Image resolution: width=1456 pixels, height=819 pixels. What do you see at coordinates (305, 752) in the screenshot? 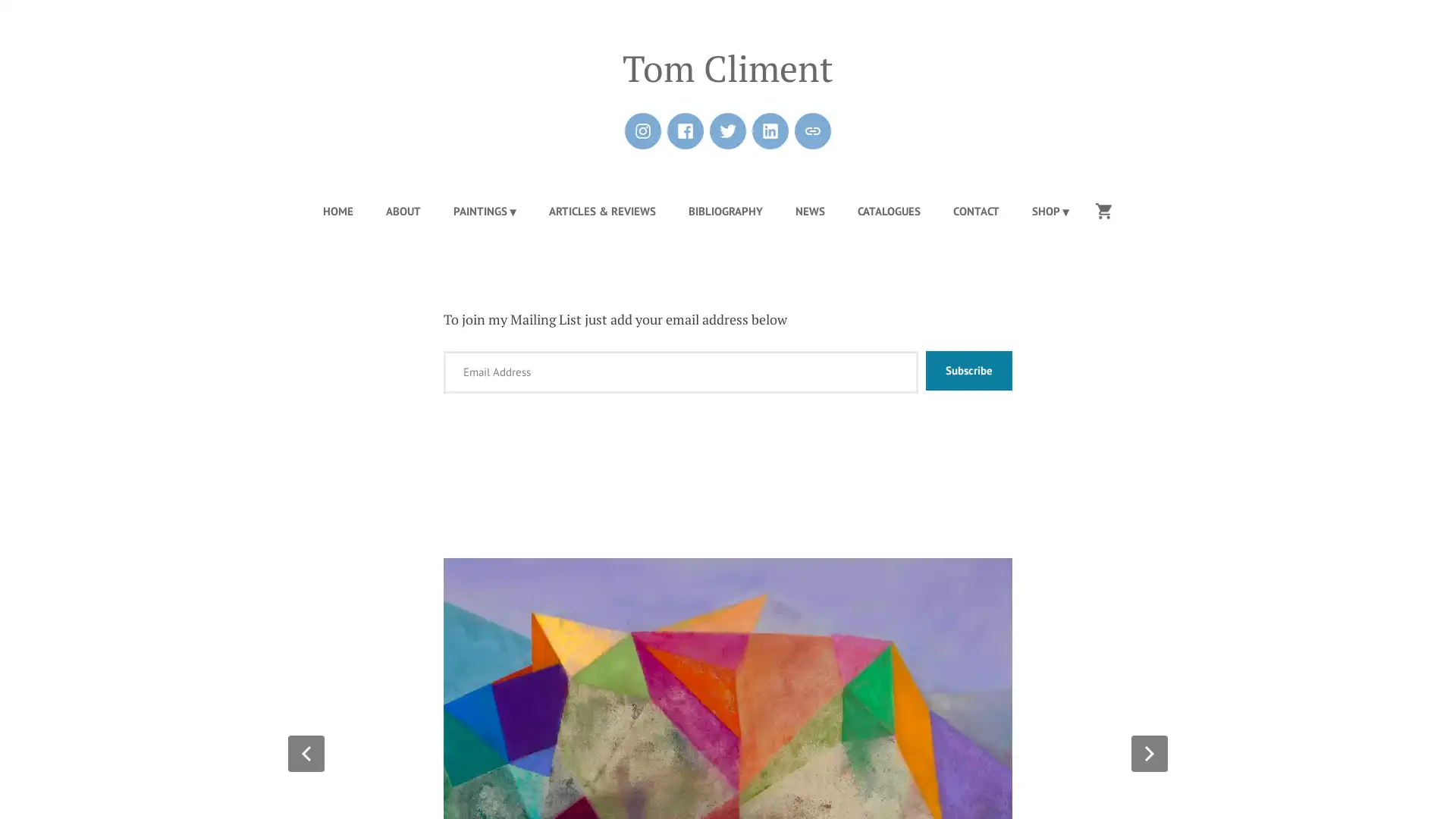
I see `Previous slide` at bounding box center [305, 752].